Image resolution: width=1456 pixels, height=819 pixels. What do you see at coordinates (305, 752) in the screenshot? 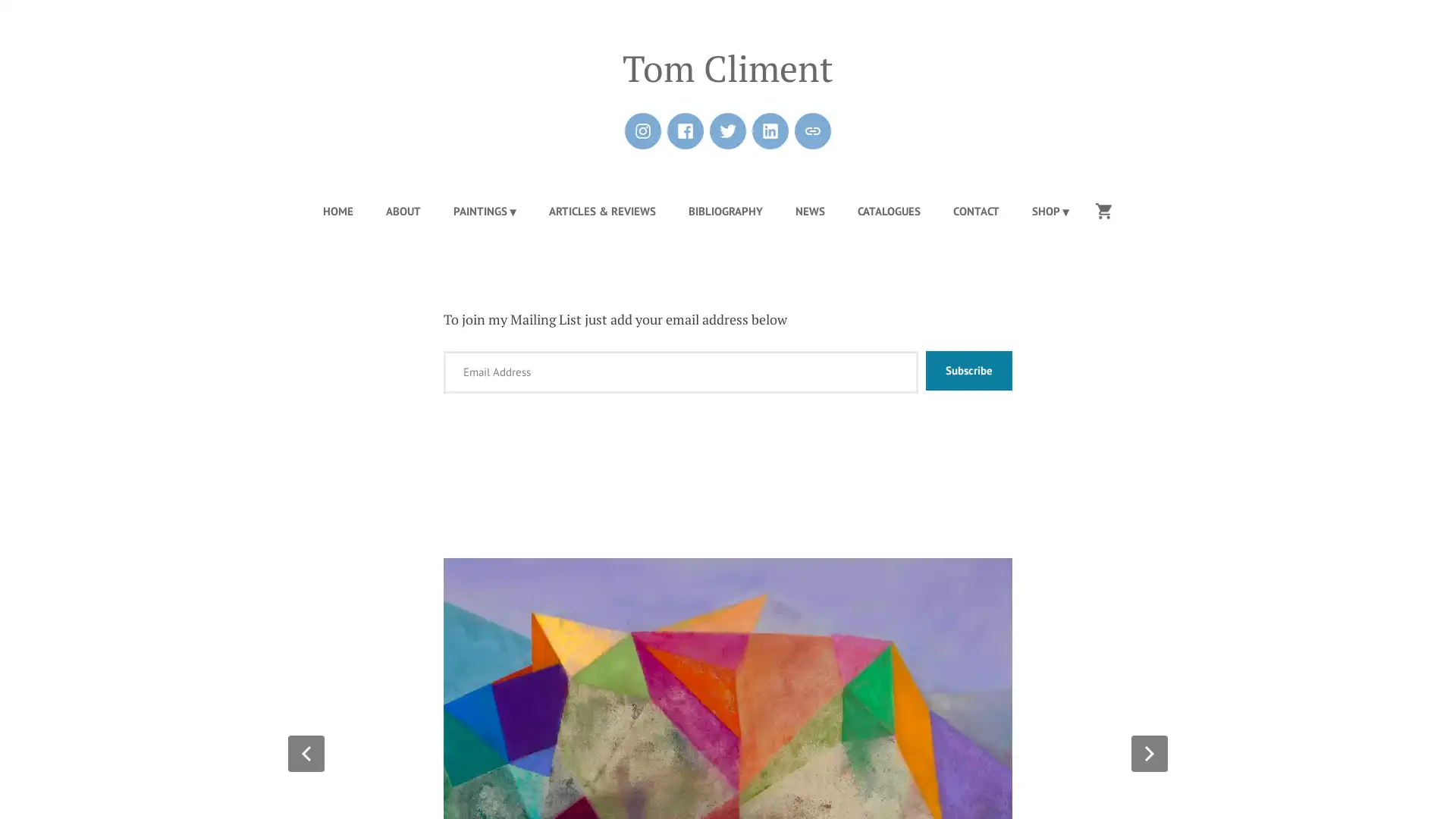
I see `Previous slide` at bounding box center [305, 752].